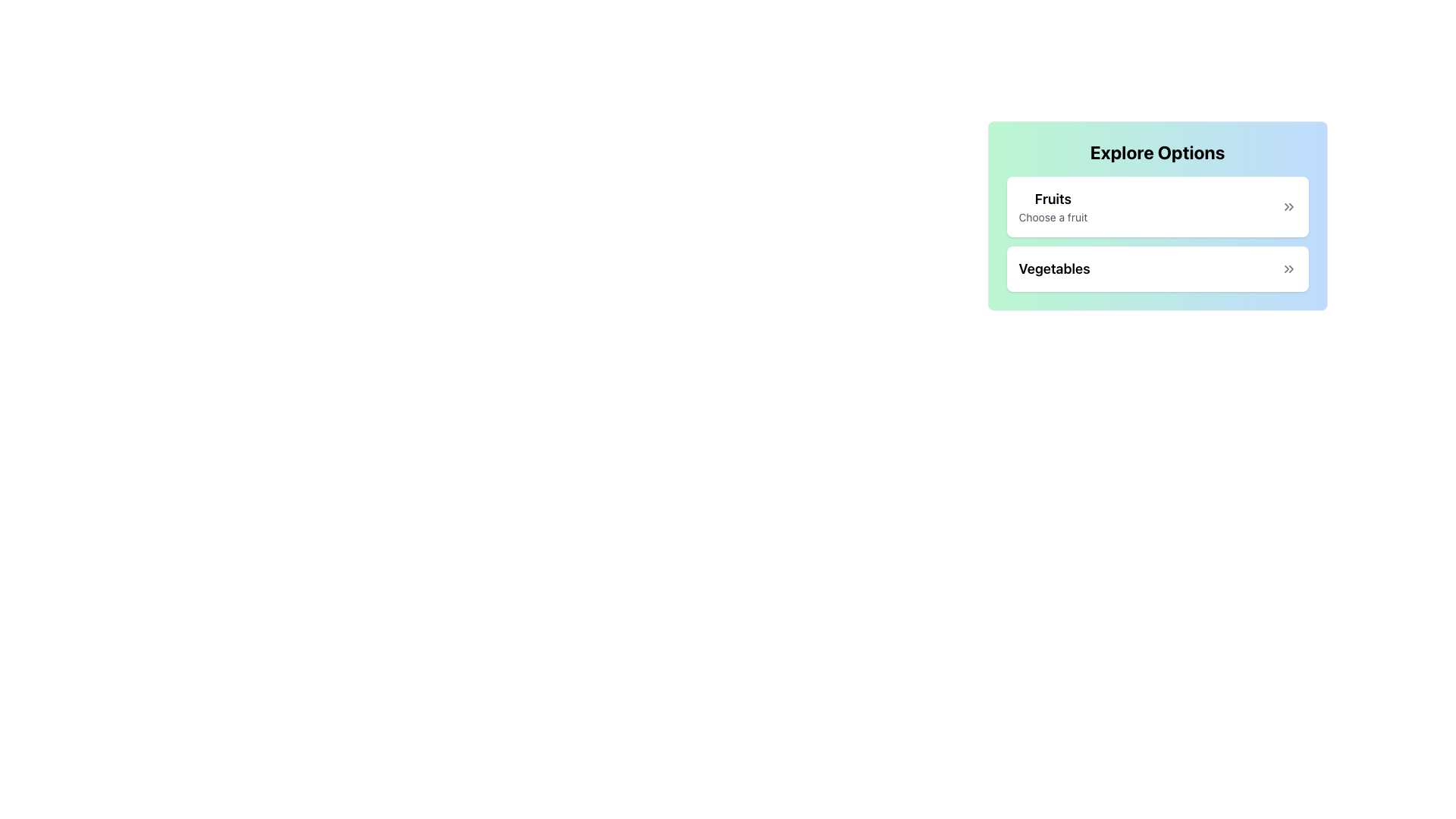 The width and height of the screenshot is (1456, 819). I want to click on the double chevron icon on the right side of the 'Vegetables' box, so click(1288, 268).